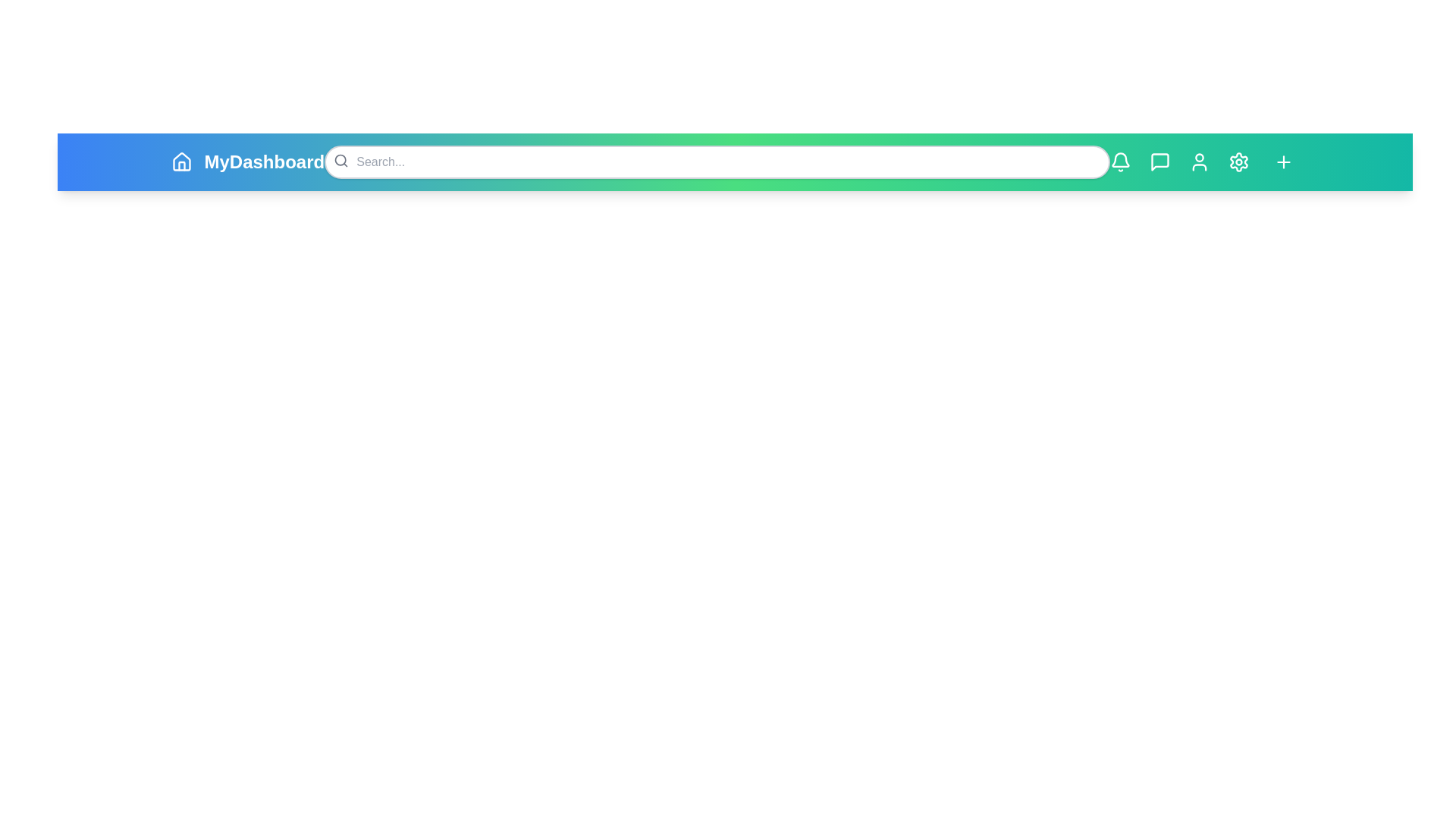 The height and width of the screenshot is (819, 1456). Describe the element at coordinates (181, 162) in the screenshot. I see `the icon with Home to view its hover effect` at that location.